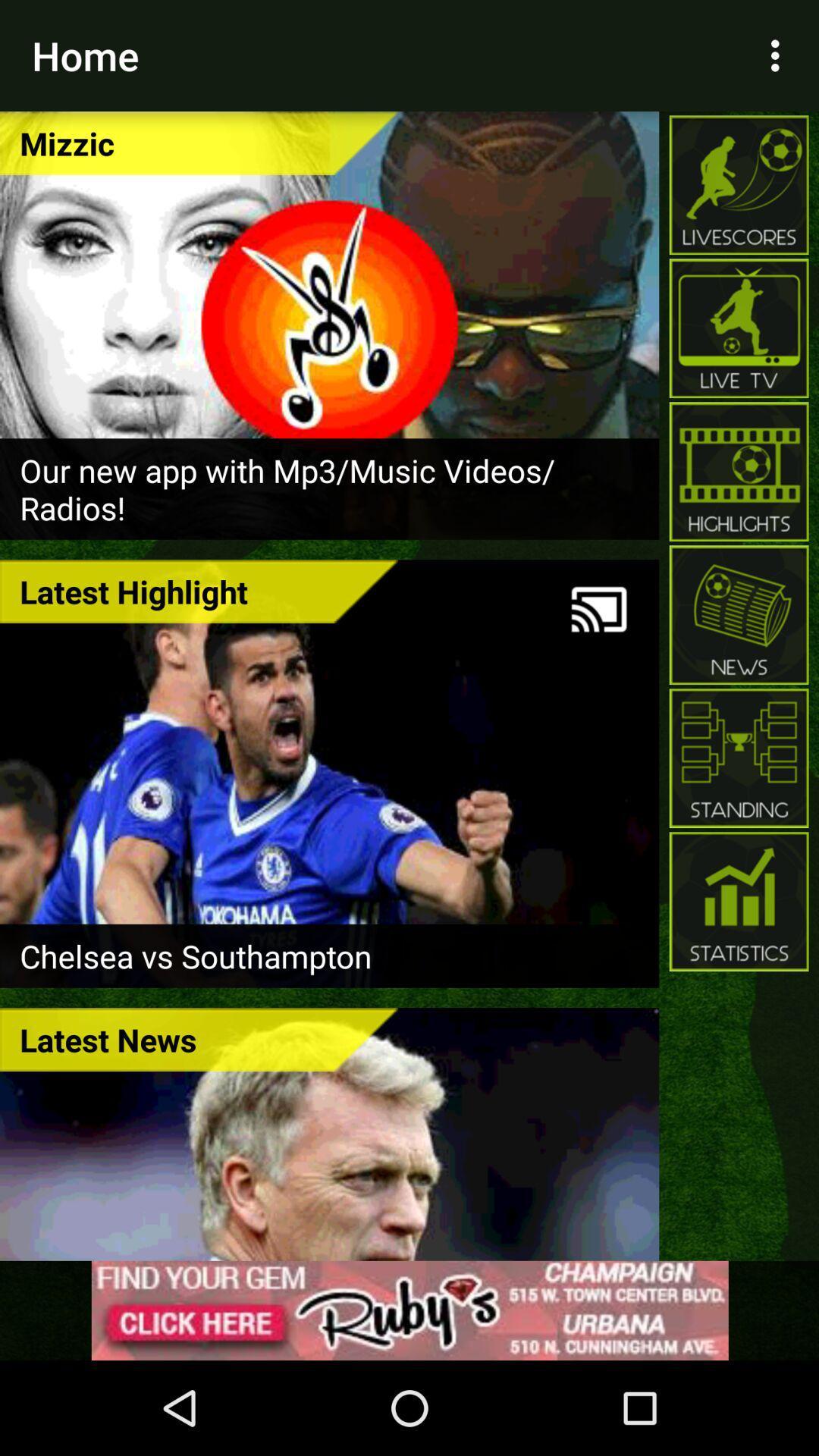 This screenshot has width=819, height=1456. Describe the element at coordinates (198, 1039) in the screenshot. I see `icon at the bottom left corner` at that location.